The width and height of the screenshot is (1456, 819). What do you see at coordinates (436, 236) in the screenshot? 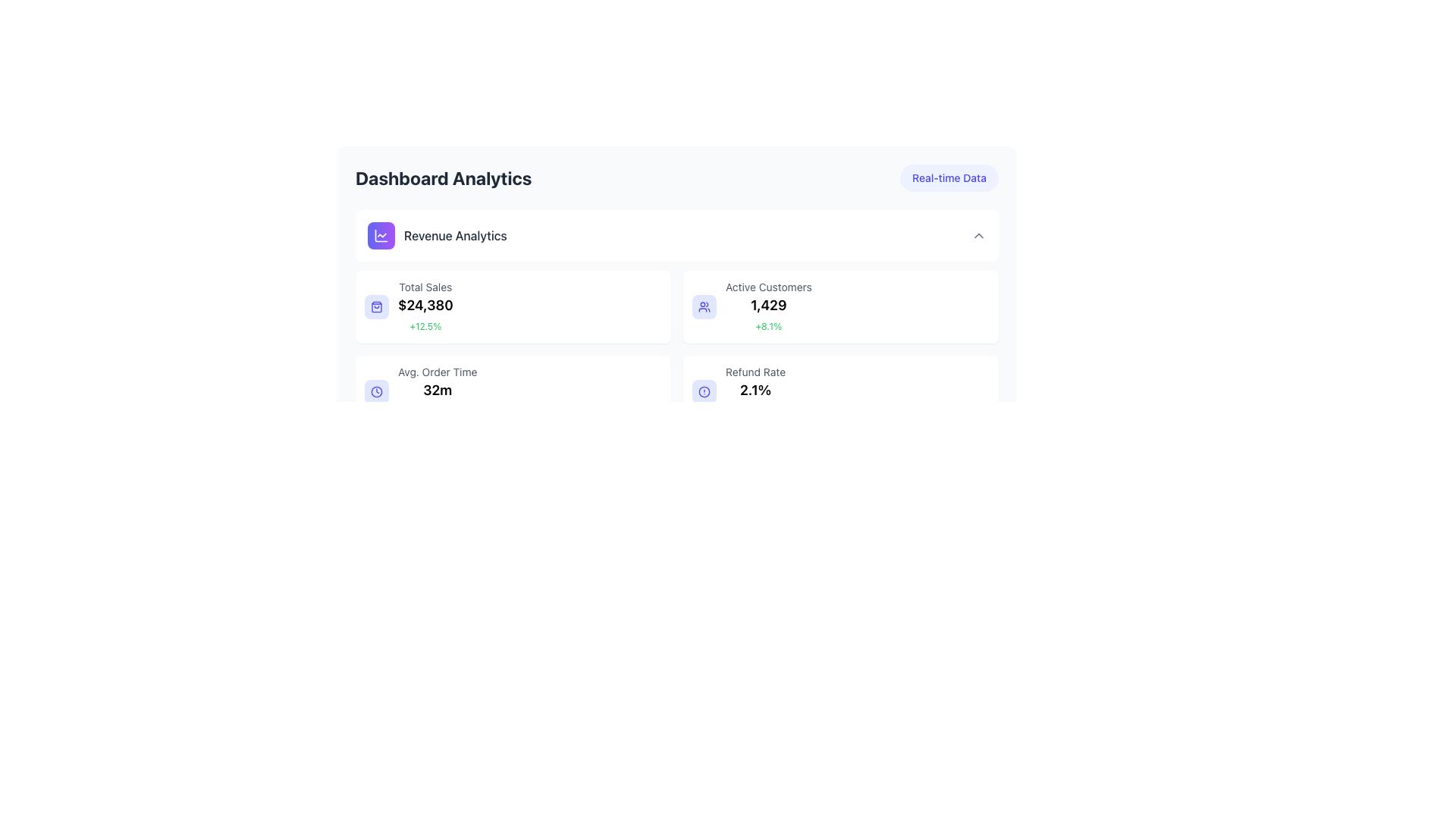
I see `the 'Revenue Analytics' label in the Composite element with a purple gradient background and a chart-like icon` at bounding box center [436, 236].